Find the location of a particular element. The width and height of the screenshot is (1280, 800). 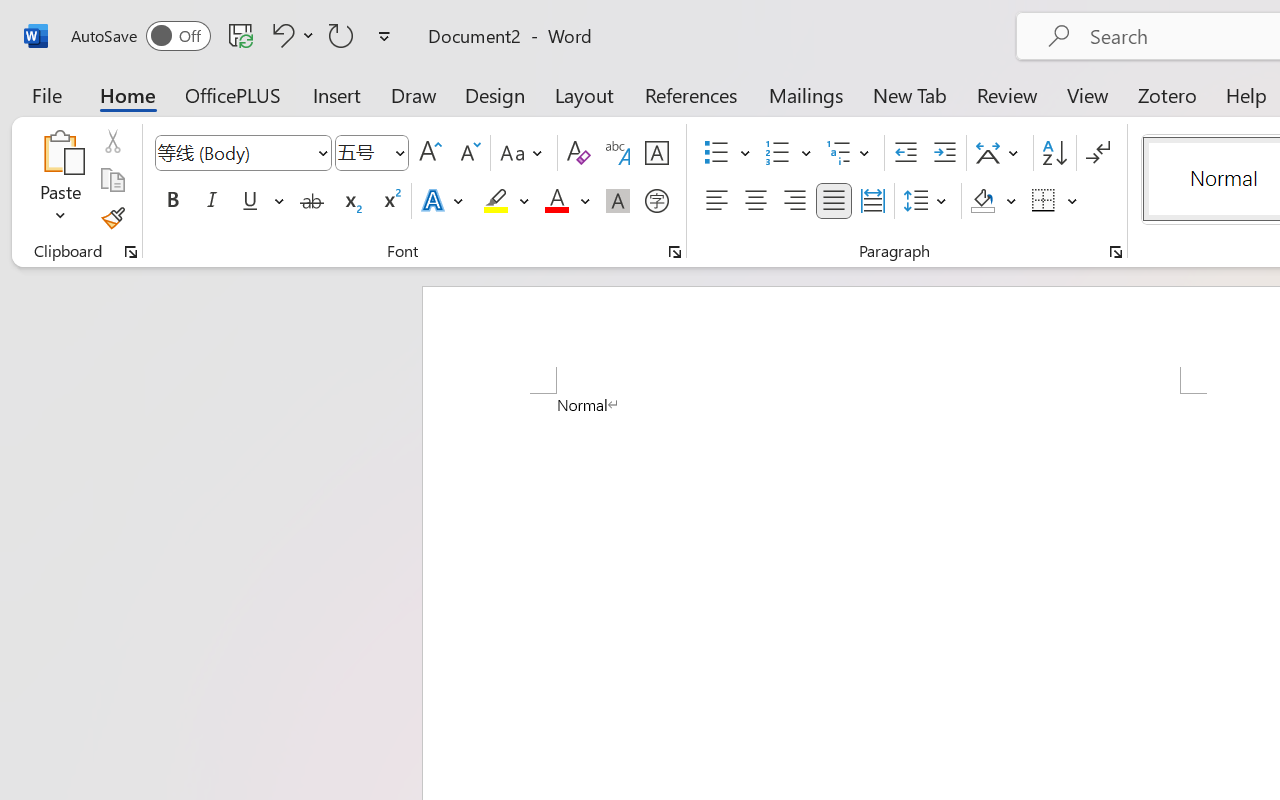

'Bold' is located at coordinates (172, 201).